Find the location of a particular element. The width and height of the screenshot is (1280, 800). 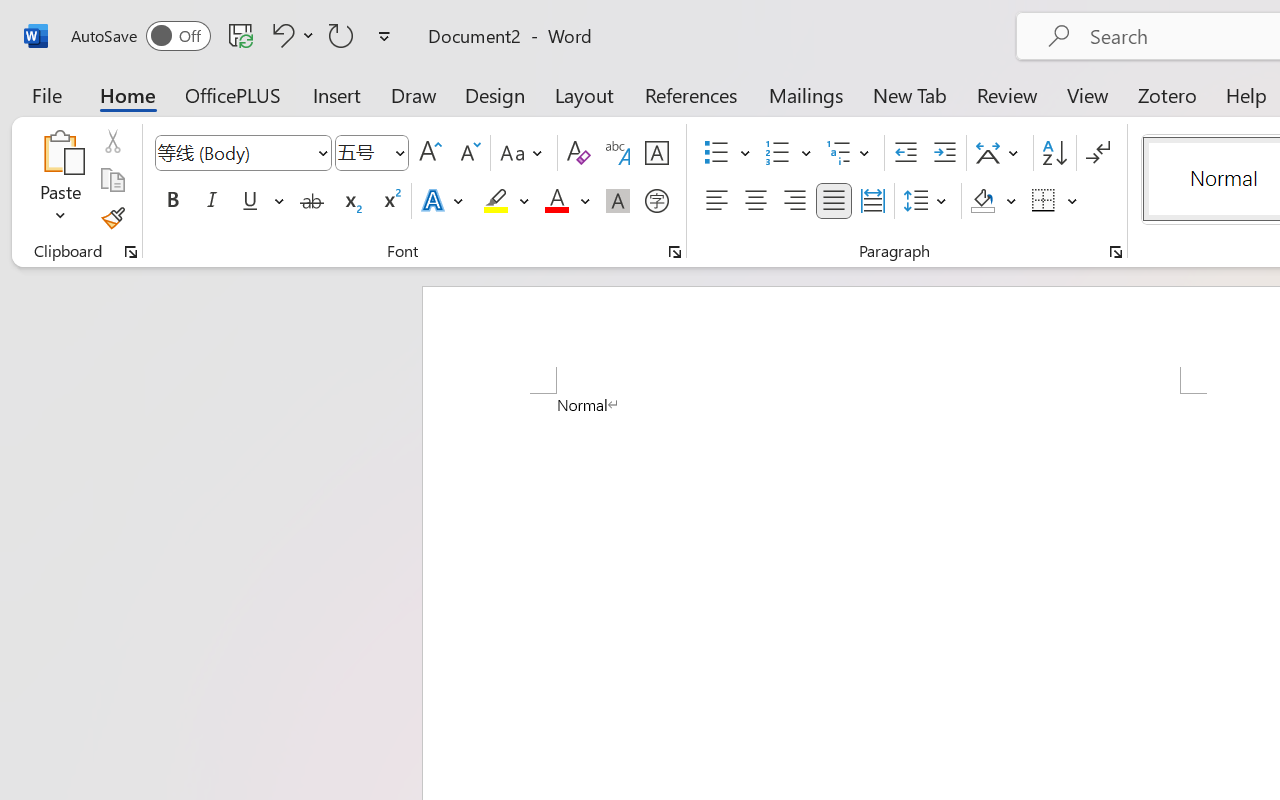

'Bold' is located at coordinates (172, 201).